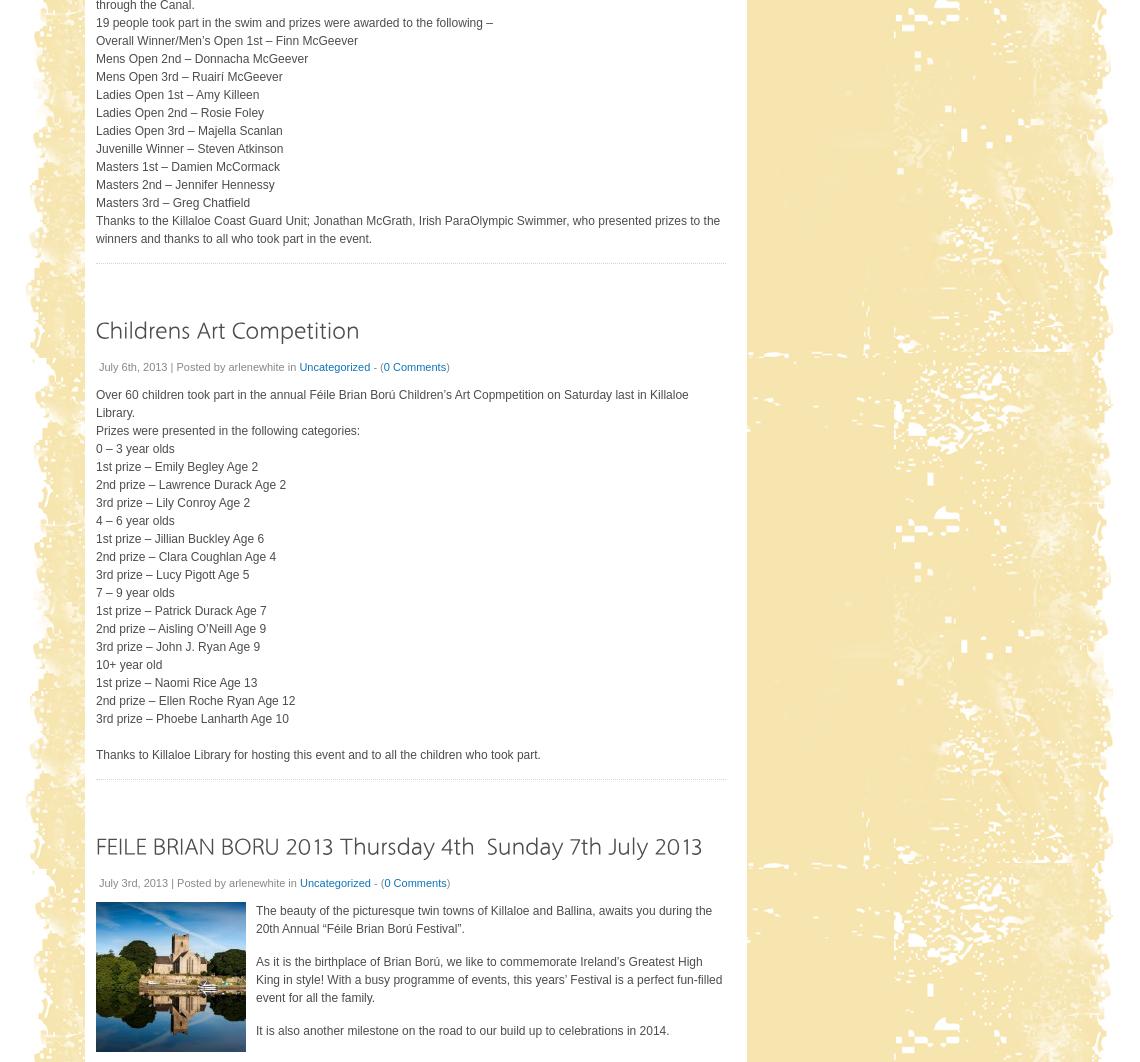 The width and height of the screenshot is (1140, 1062). I want to click on 'Masters 1st – Damien McCormack', so click(94, 165).